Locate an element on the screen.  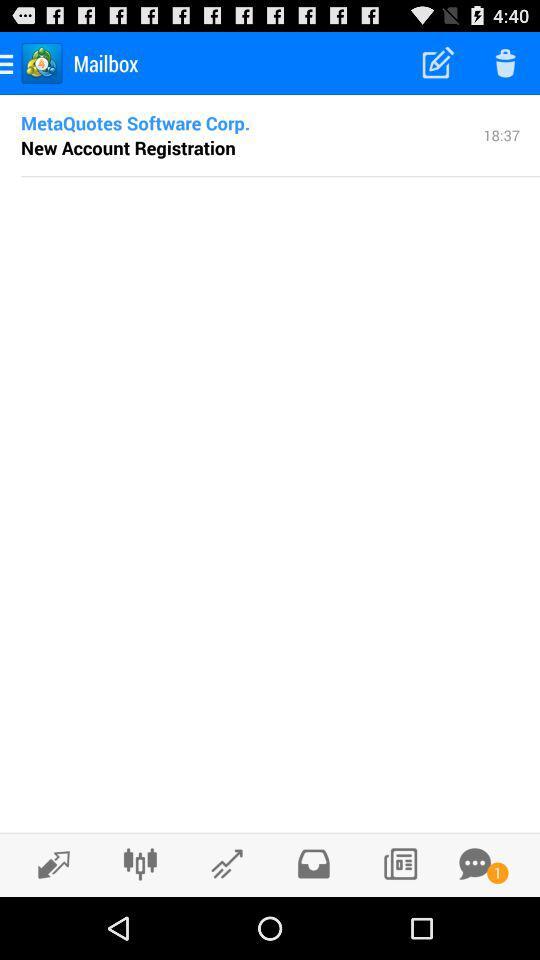
message is located at coordinates (474, 863).